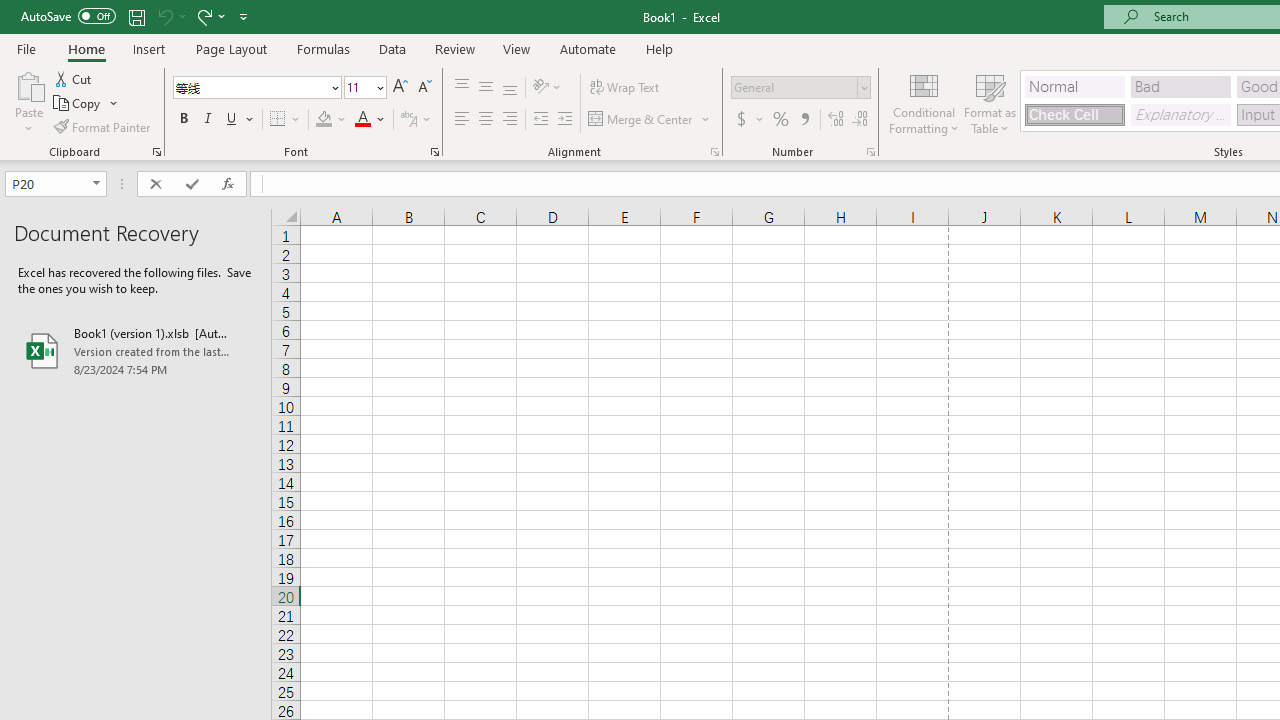  What do you see at coordinates (331, 119) in the screenshot?
I see `'Fill Color'` at bounding box center [331, 119].